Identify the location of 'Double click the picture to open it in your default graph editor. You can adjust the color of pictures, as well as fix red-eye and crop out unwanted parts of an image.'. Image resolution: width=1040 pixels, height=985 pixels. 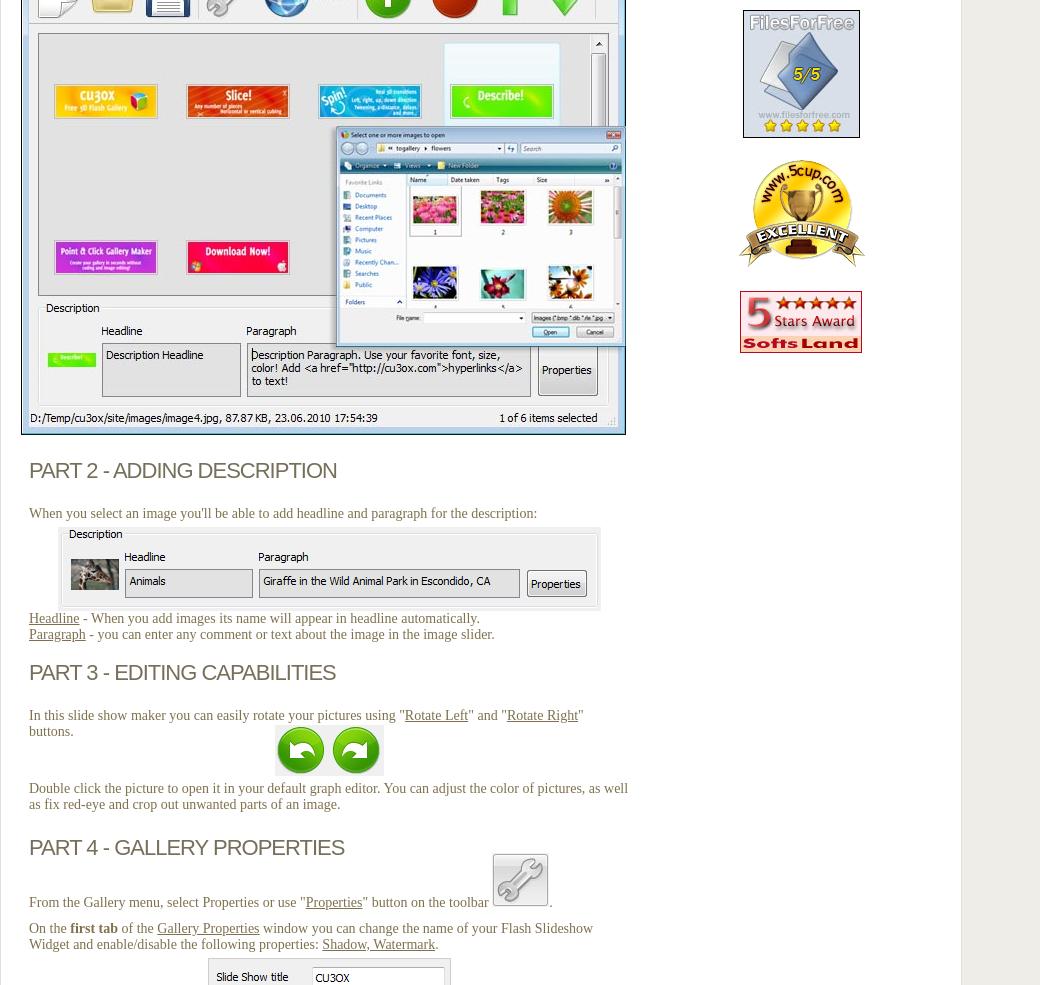
(28, 795).